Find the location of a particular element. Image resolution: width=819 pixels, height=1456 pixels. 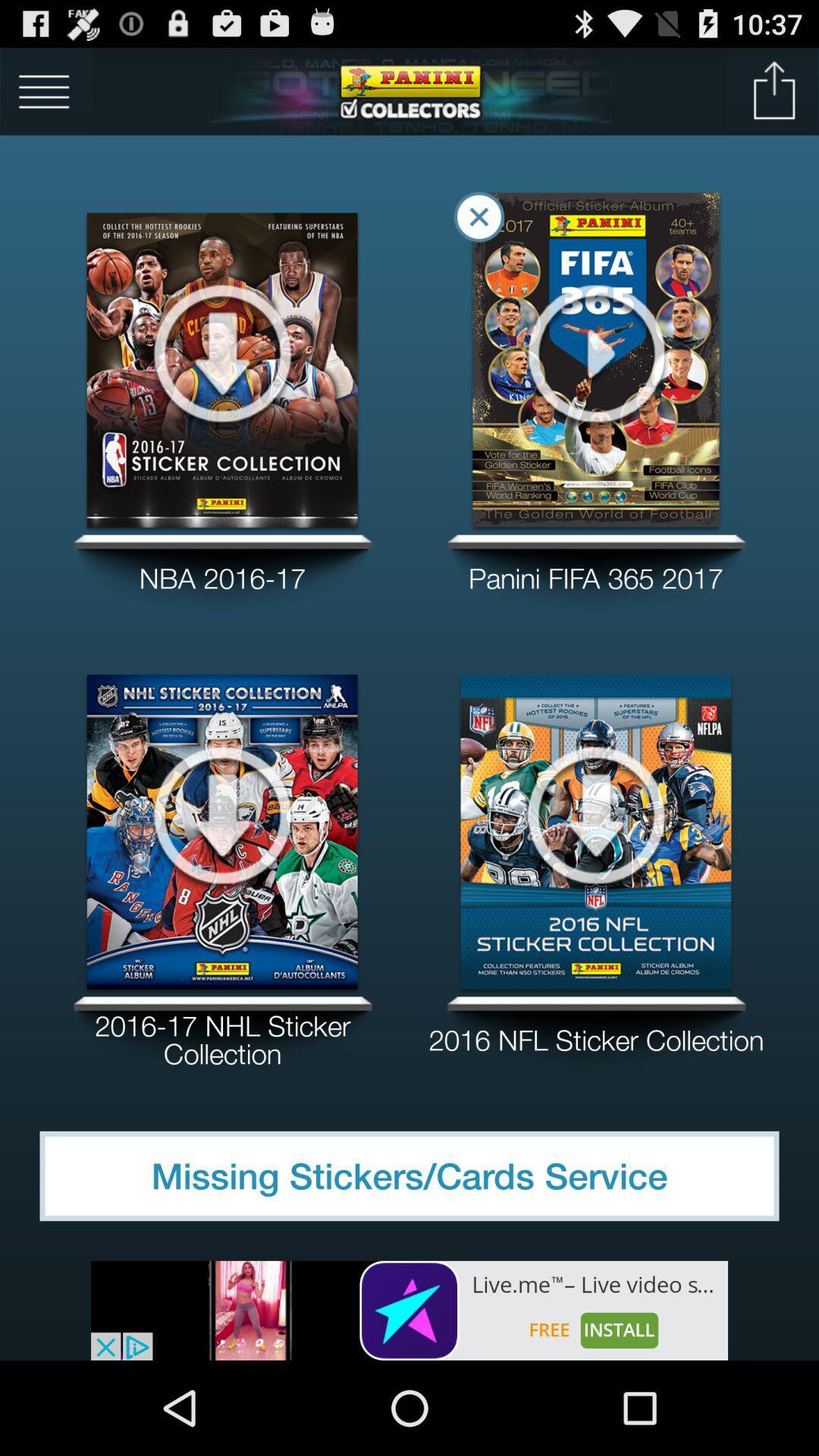

the file_download icon is located at coordinates (222, 376).